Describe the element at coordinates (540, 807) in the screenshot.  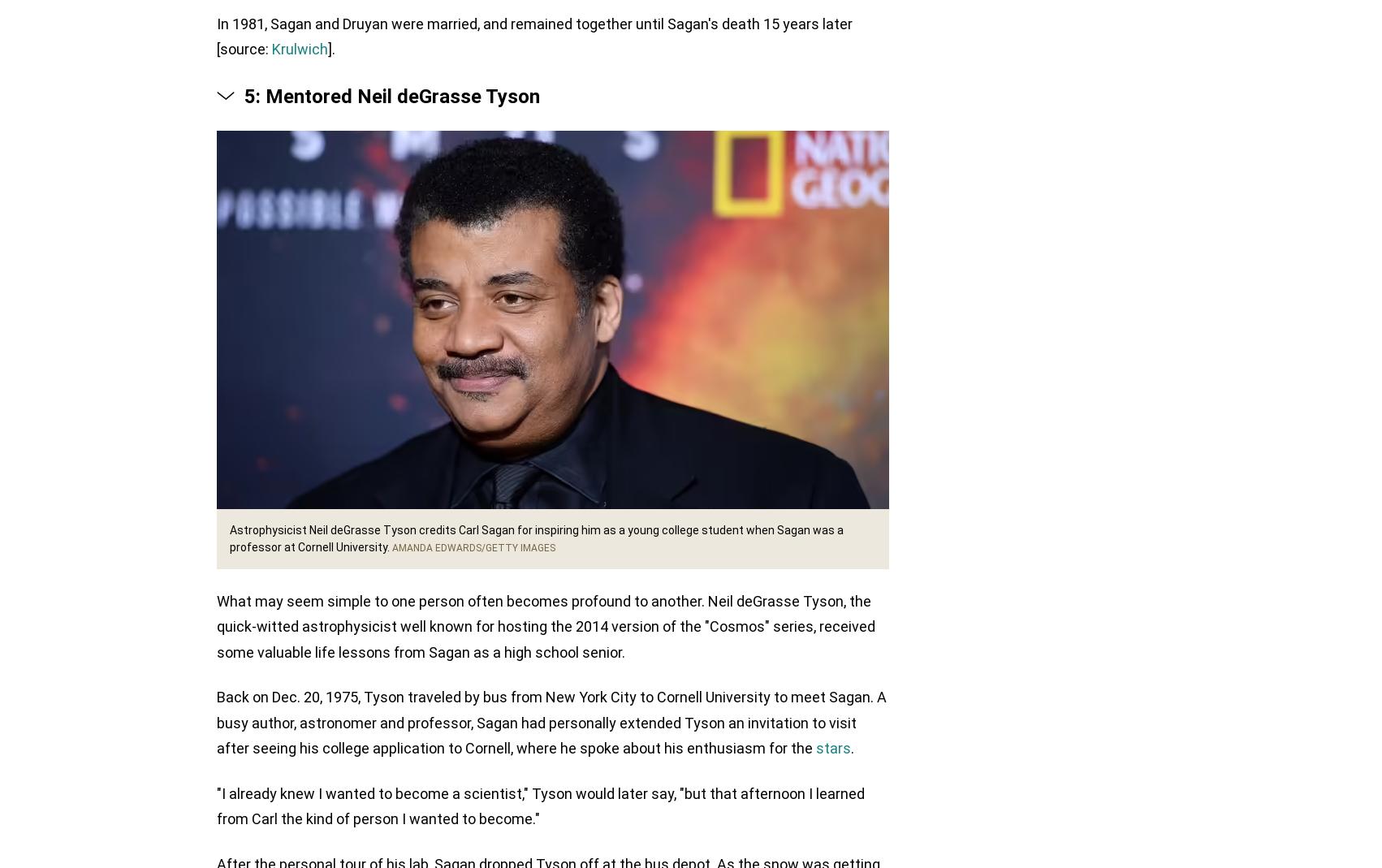
I see `'"I already knew I wanted to become a scientist," Tyson would later say, "but that afternoon I learned from Carl the kind of person I wanted to become."'` at that location.